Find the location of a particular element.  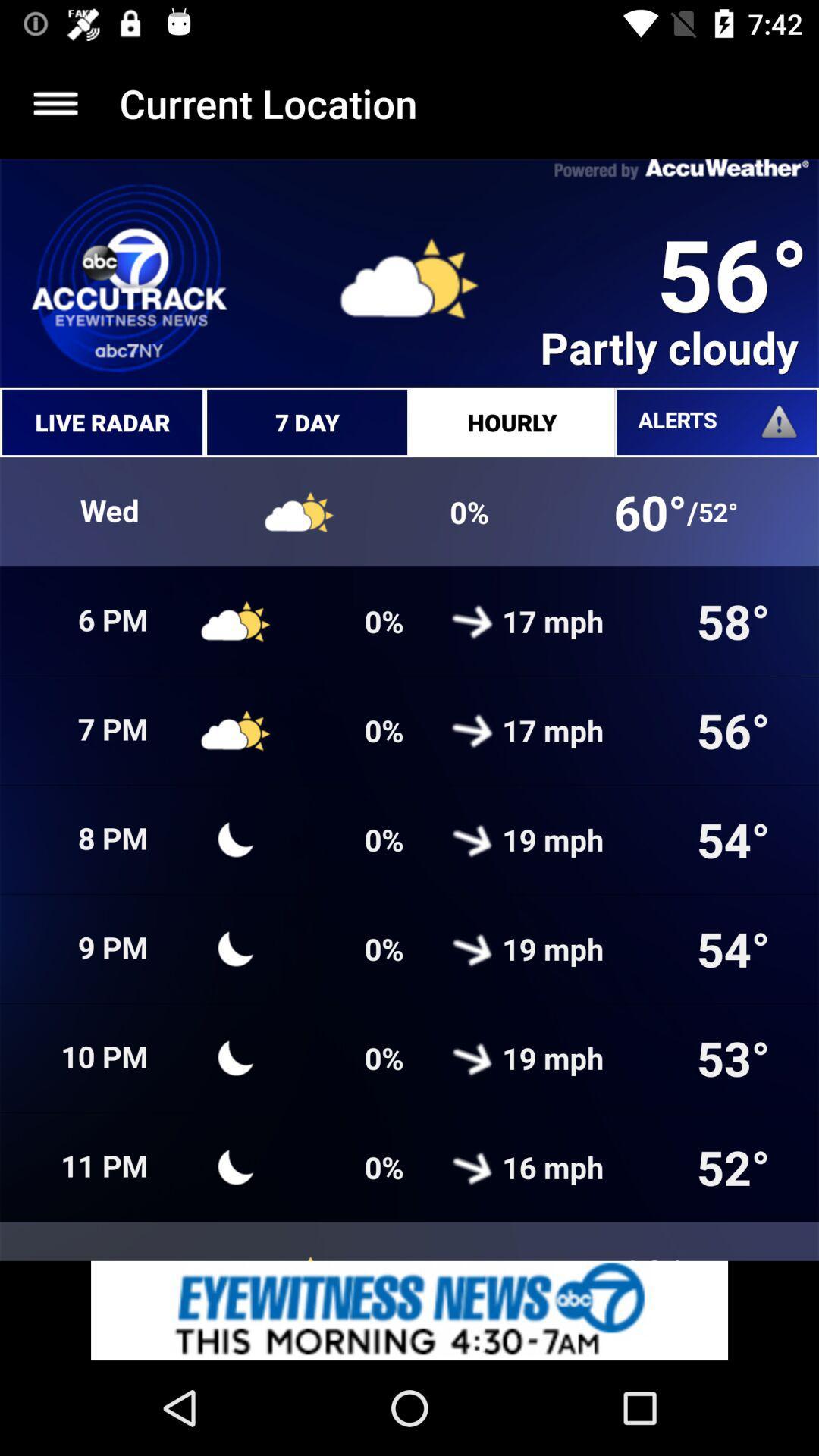

7 day which is next to live radar is located at coordinates (307, 422).